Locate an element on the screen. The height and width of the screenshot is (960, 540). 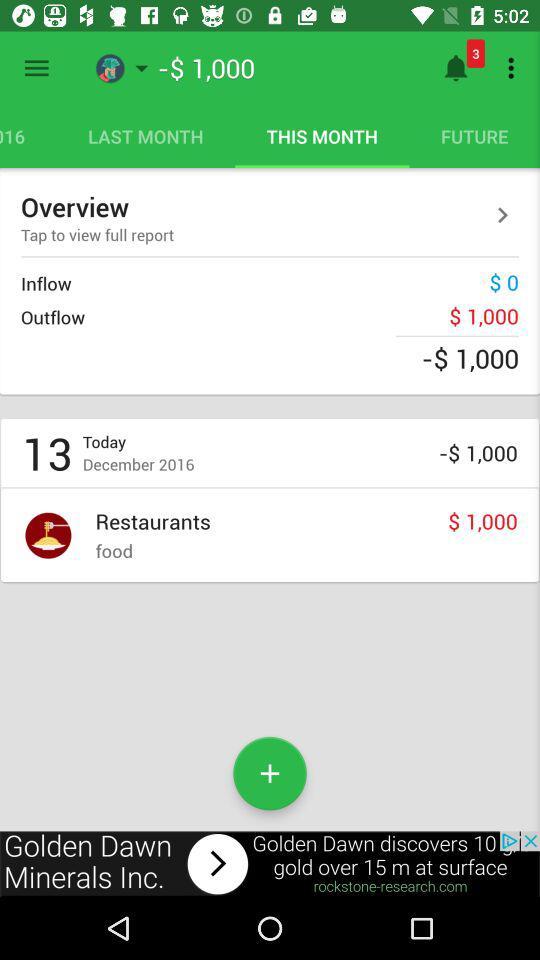
the plus symbol in green color is located at coordinates (270, 772).